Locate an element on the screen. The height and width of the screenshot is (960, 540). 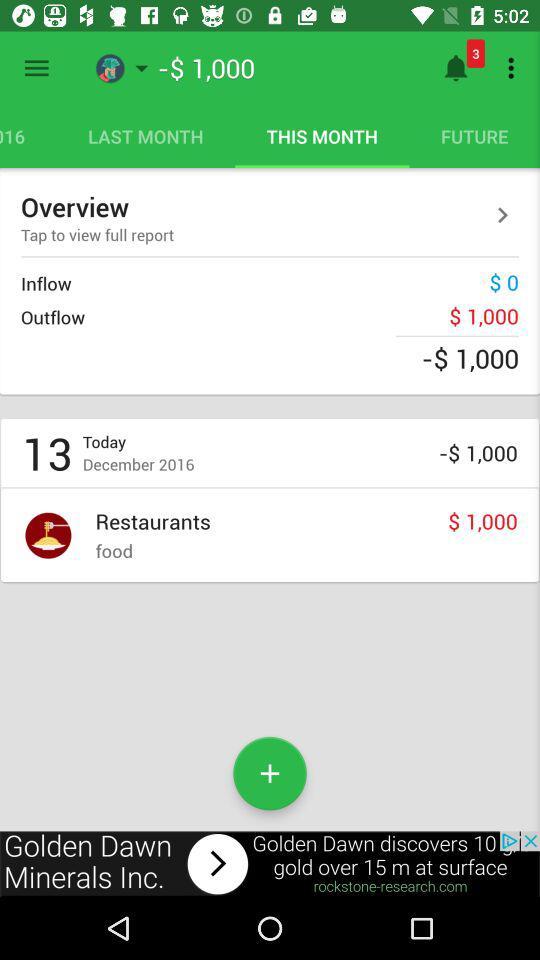
the plus symbol in green color is located at coordinates (270, 772).